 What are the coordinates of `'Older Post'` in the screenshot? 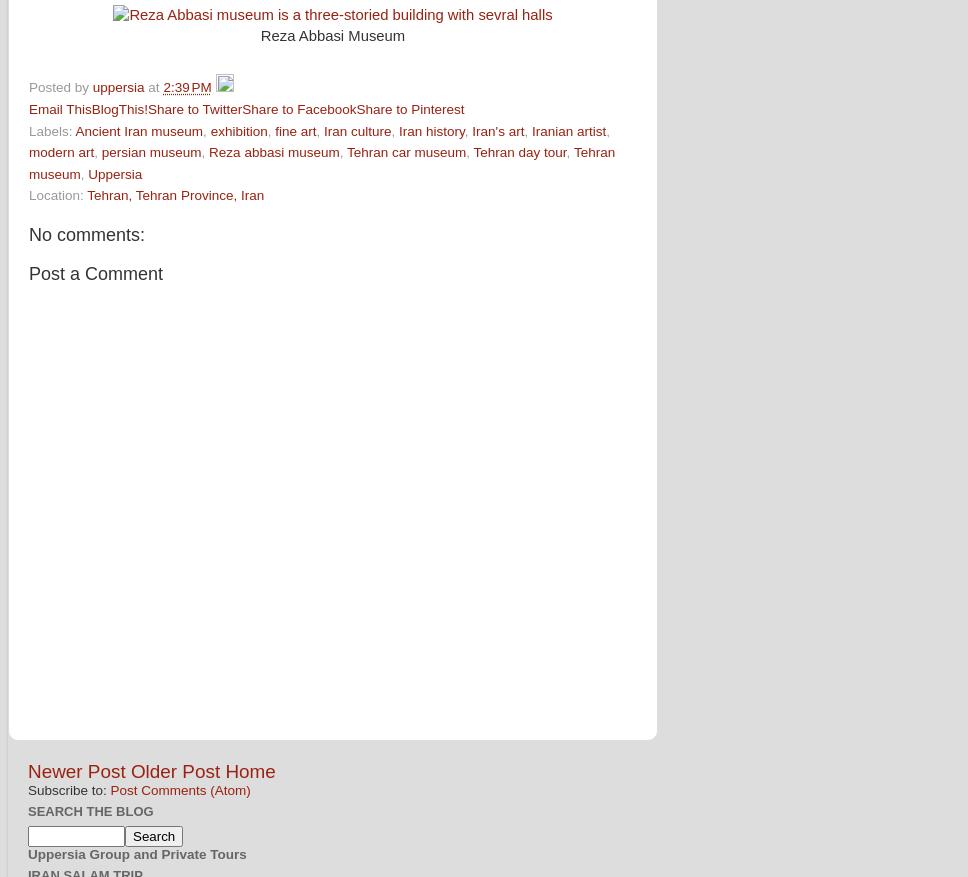 It's located at (175, 770).